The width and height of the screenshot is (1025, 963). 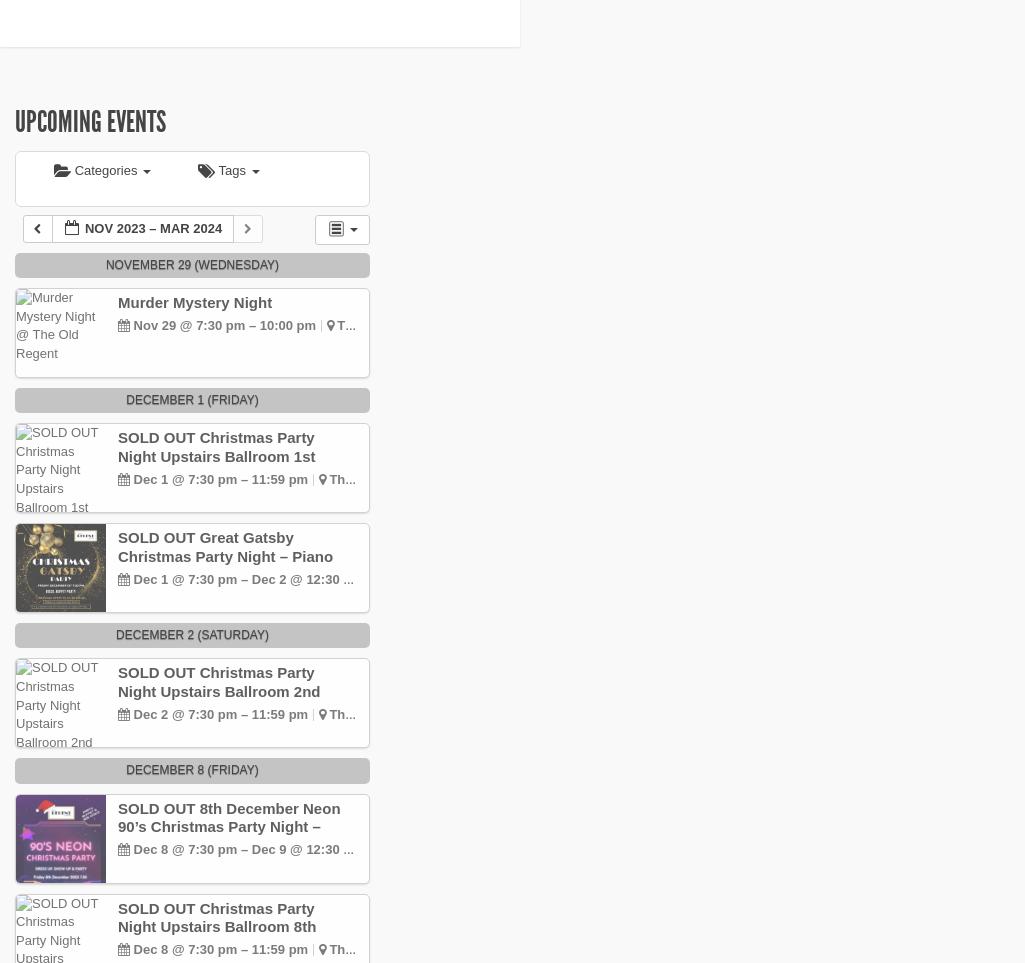 I want to click on 'Nov 2023 – Mar 2024', so click(x=152, y=227).